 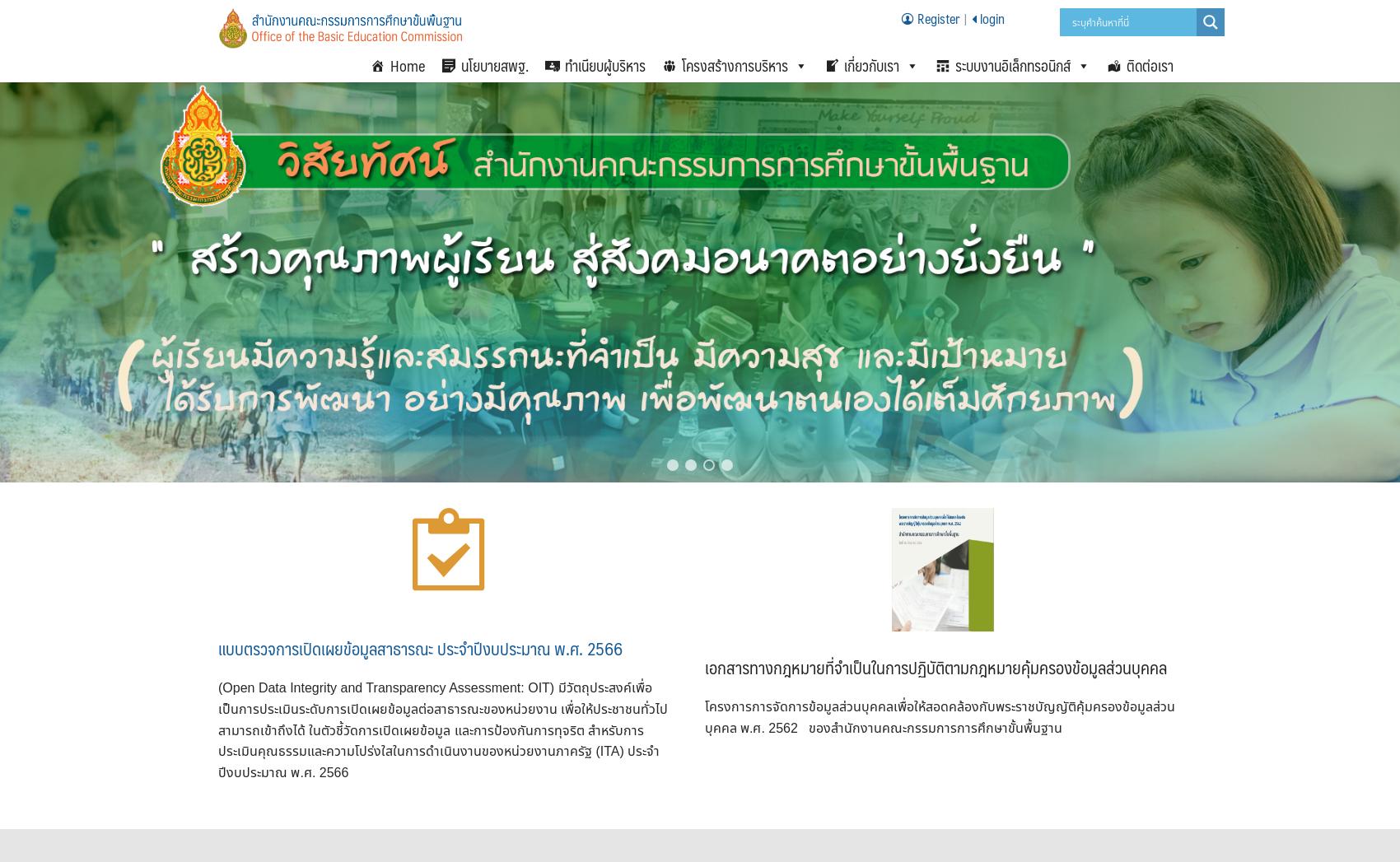 What do you see at coordinates (858, 199) in the screenshot?
I see `'ผู้อำนวยการสำนักฯ สพฐ.'` at bounding box center [858, 199].